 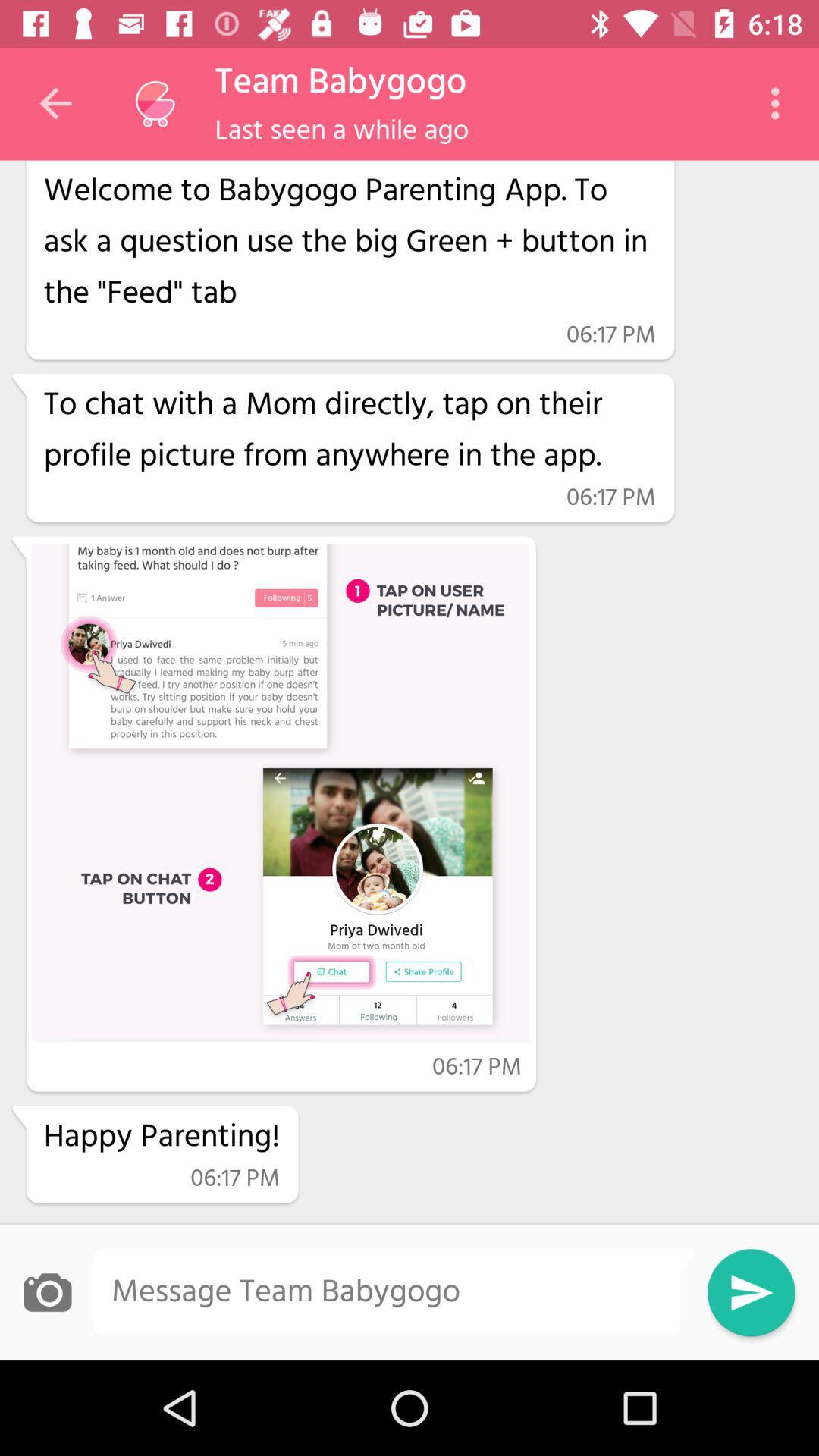 I want to click on the hi app crawler item, so click(x=350, y=238).